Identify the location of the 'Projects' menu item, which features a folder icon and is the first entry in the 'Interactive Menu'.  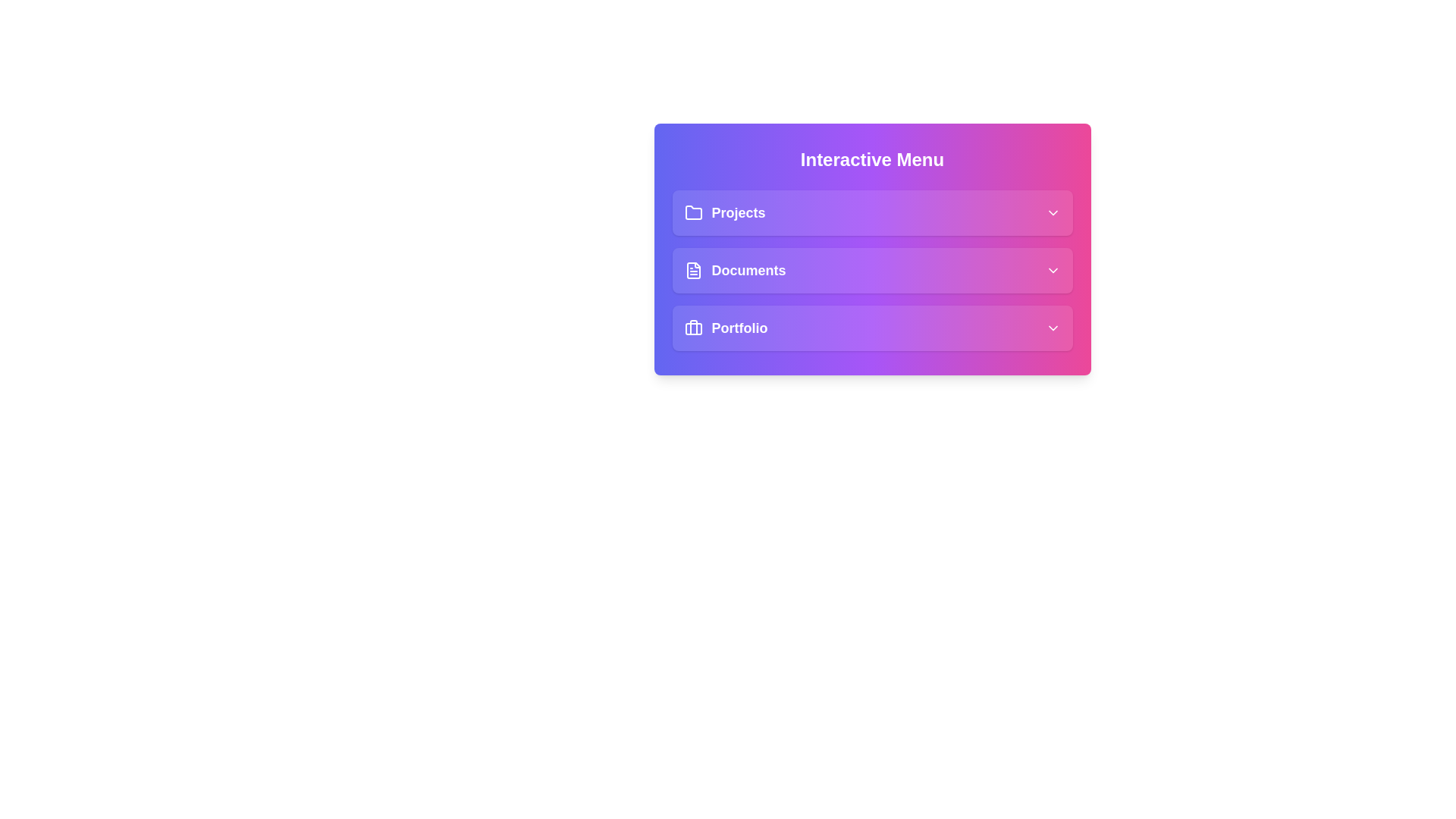
(723, 213).